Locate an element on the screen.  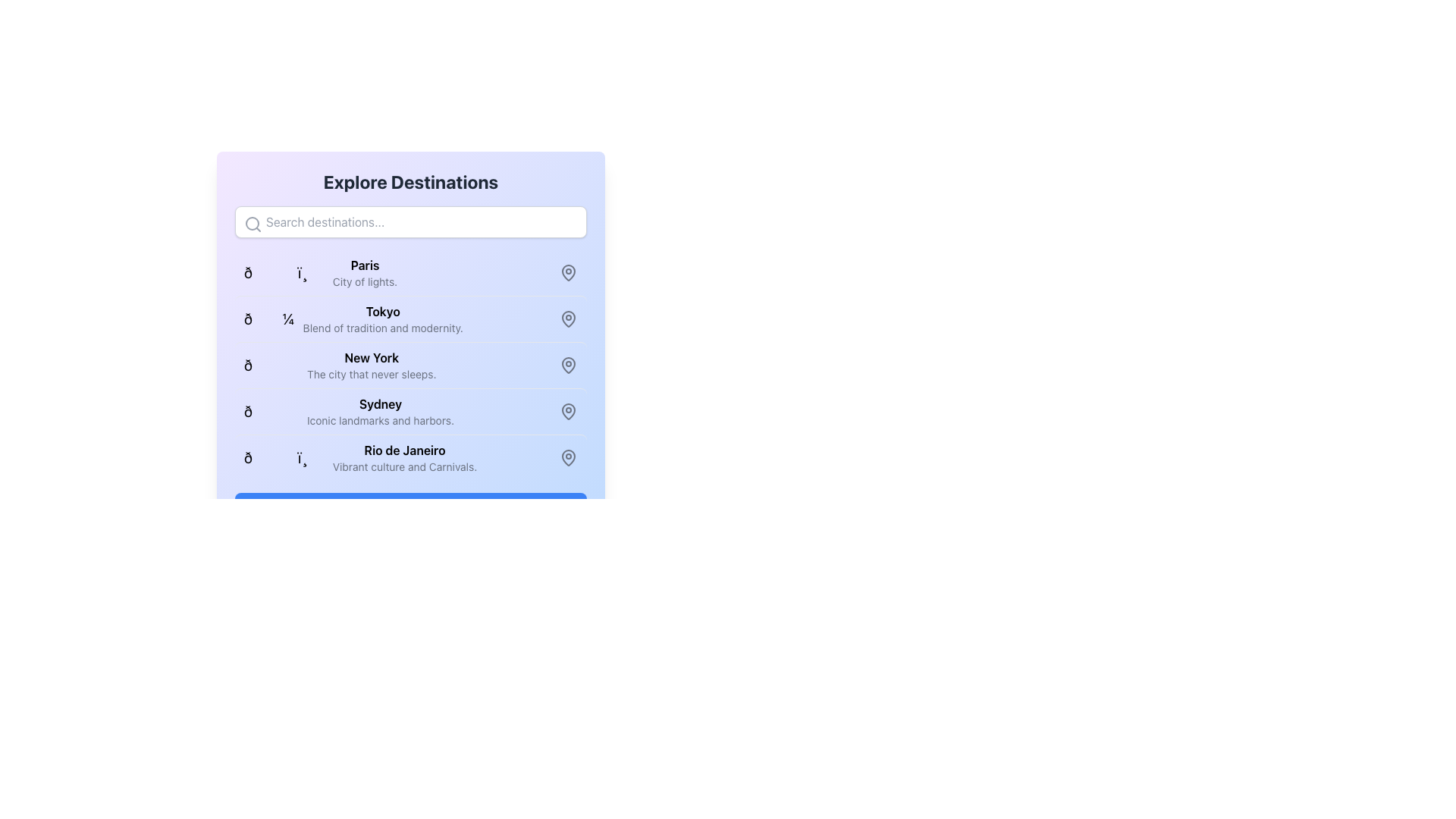
the first List Item titled 'Paris' with a subtitle 'City of lights.' is located at coordinates (411, 271).